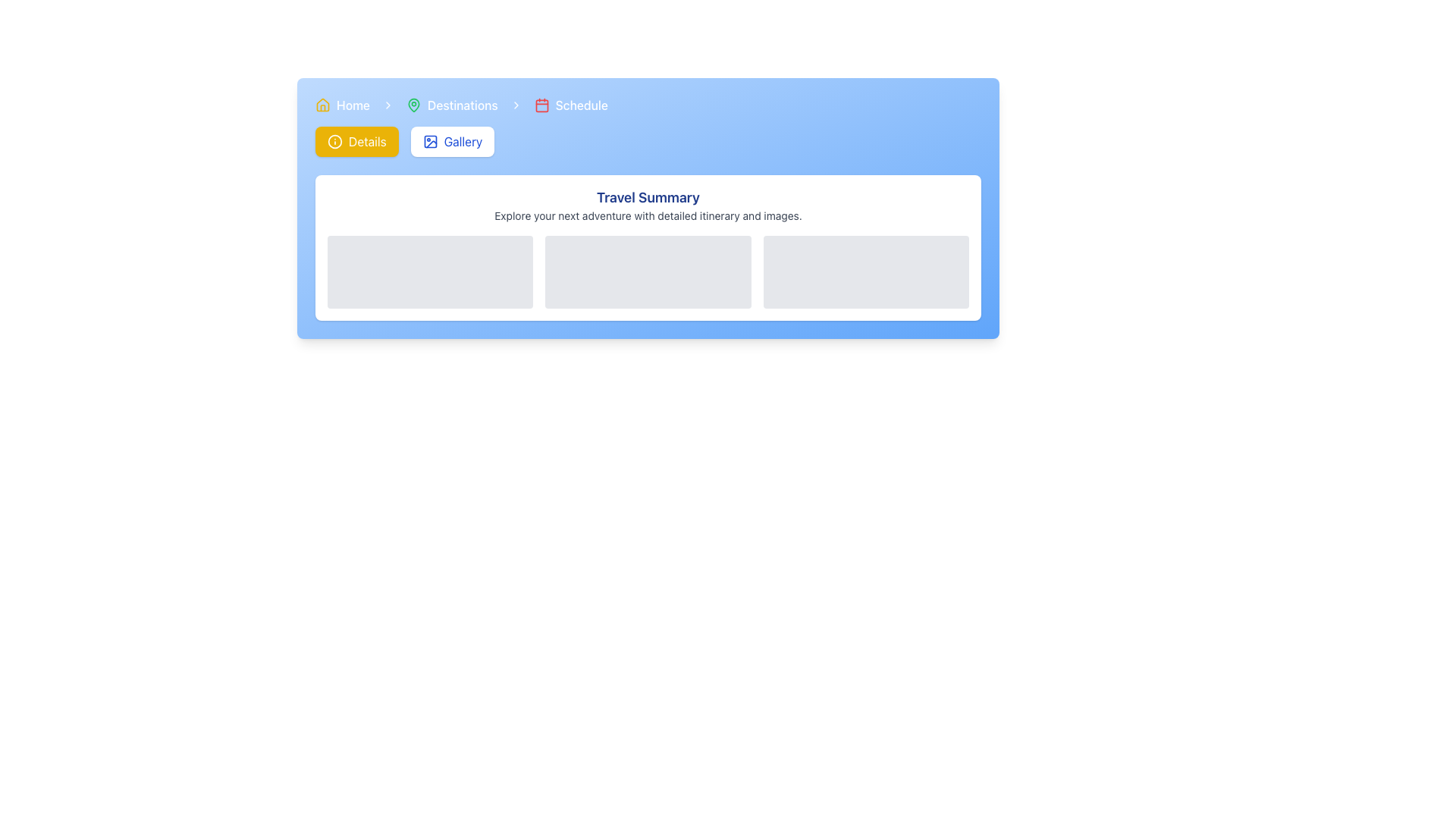 Image resolution: width=1456 pixels, height=819 pixels. I want to click on the red calendar icon located in the breadcrumb navigation bar, which is positioned to the left of the 'Schedule' text label, so click(541, 104).